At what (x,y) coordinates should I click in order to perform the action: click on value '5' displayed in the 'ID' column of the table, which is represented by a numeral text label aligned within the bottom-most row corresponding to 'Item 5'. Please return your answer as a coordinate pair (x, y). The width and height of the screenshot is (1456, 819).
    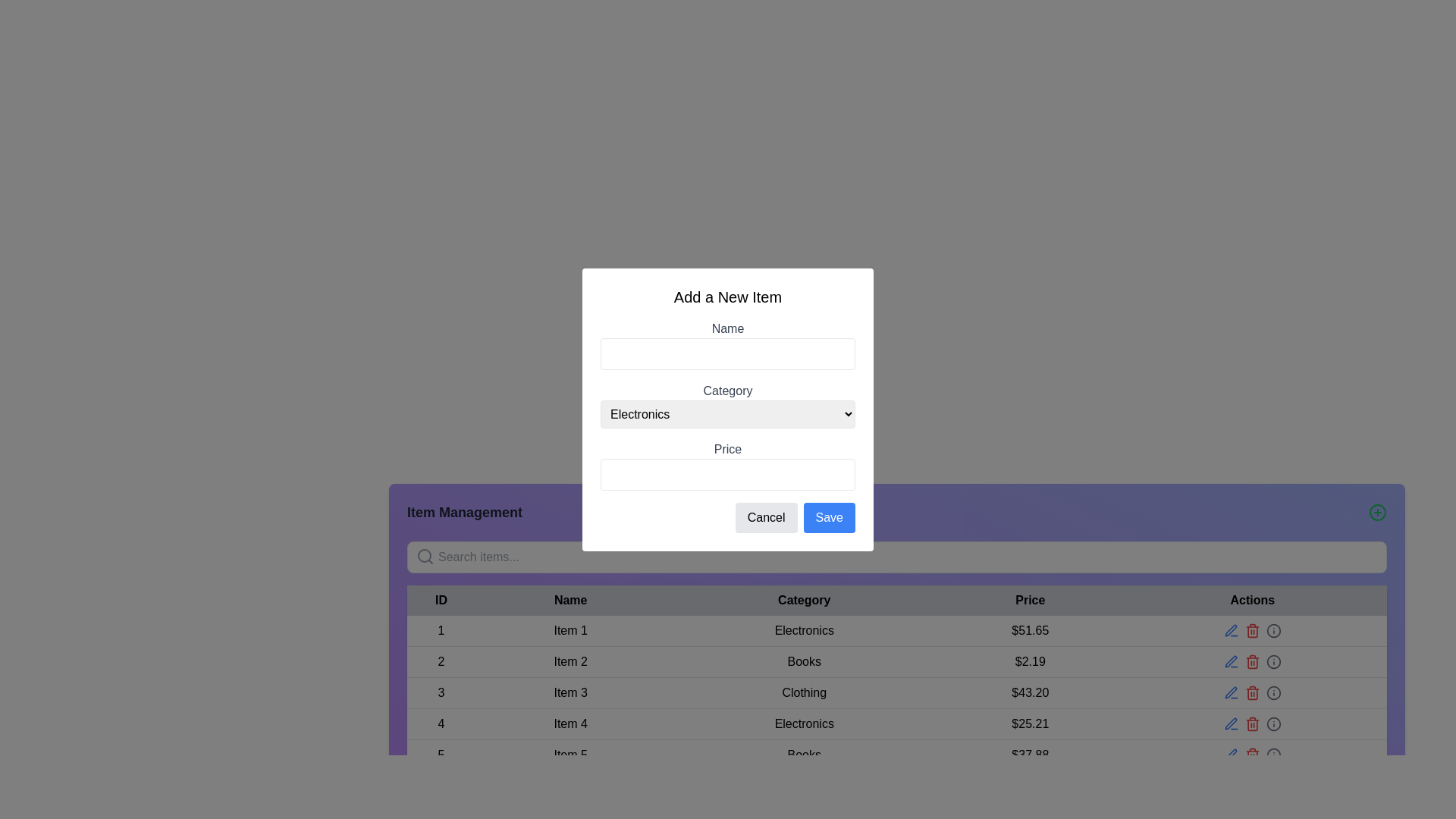
    Looking at the image, I should click on (440, 755).